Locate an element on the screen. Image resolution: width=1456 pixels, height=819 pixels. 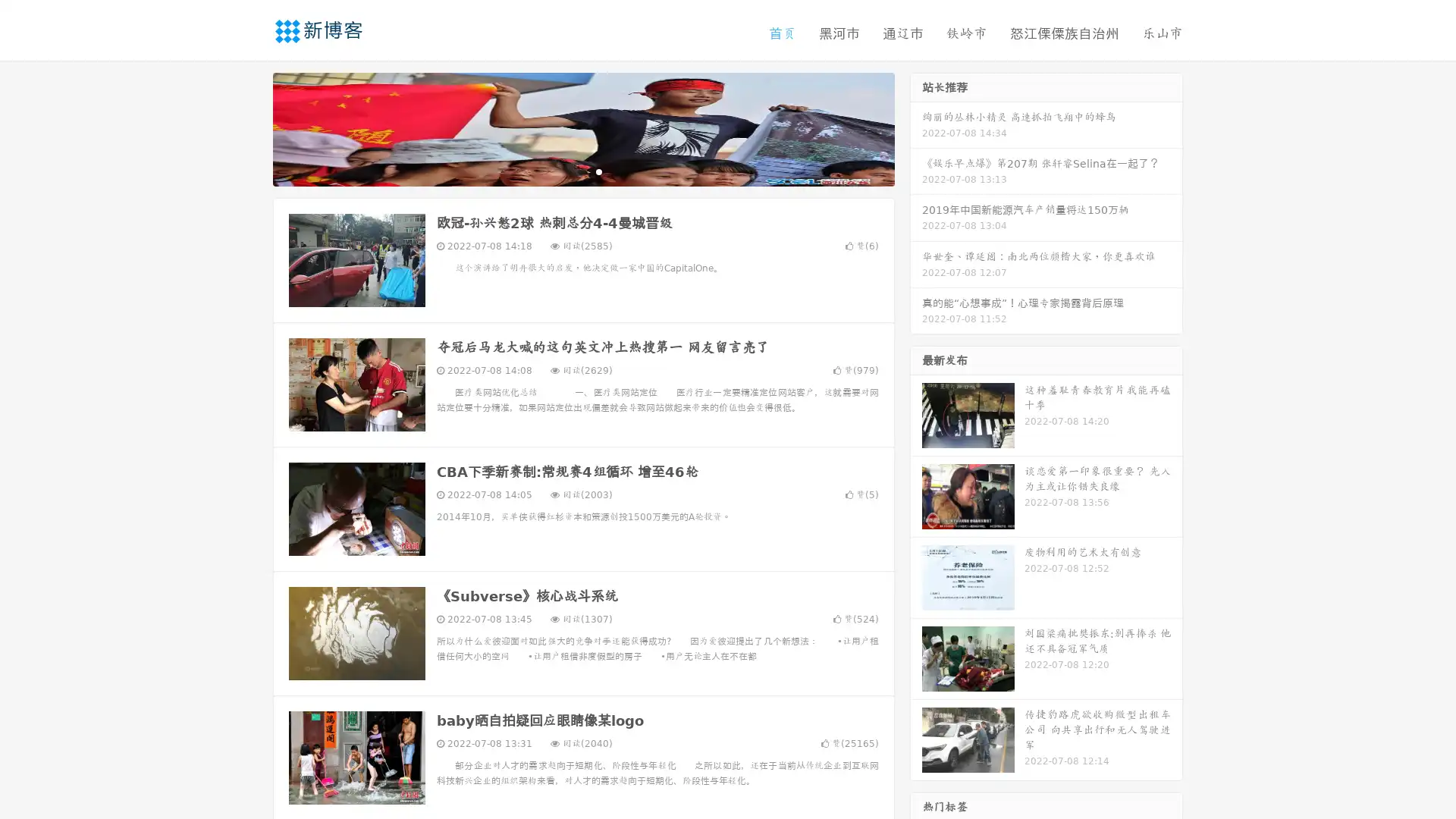
Go to slide 3 is located at coordinates (598, 171).